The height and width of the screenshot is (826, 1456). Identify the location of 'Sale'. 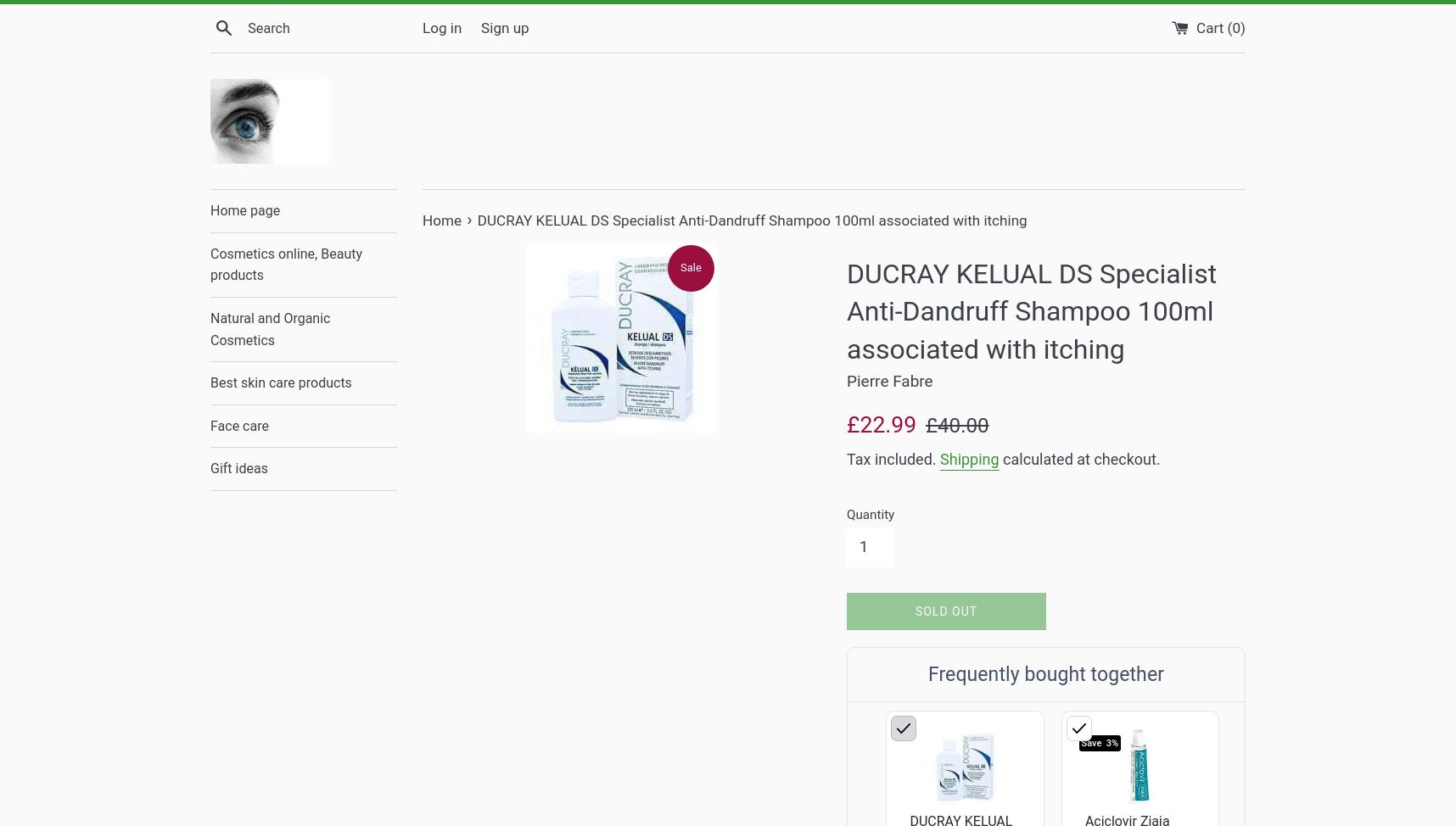
(680, 265).